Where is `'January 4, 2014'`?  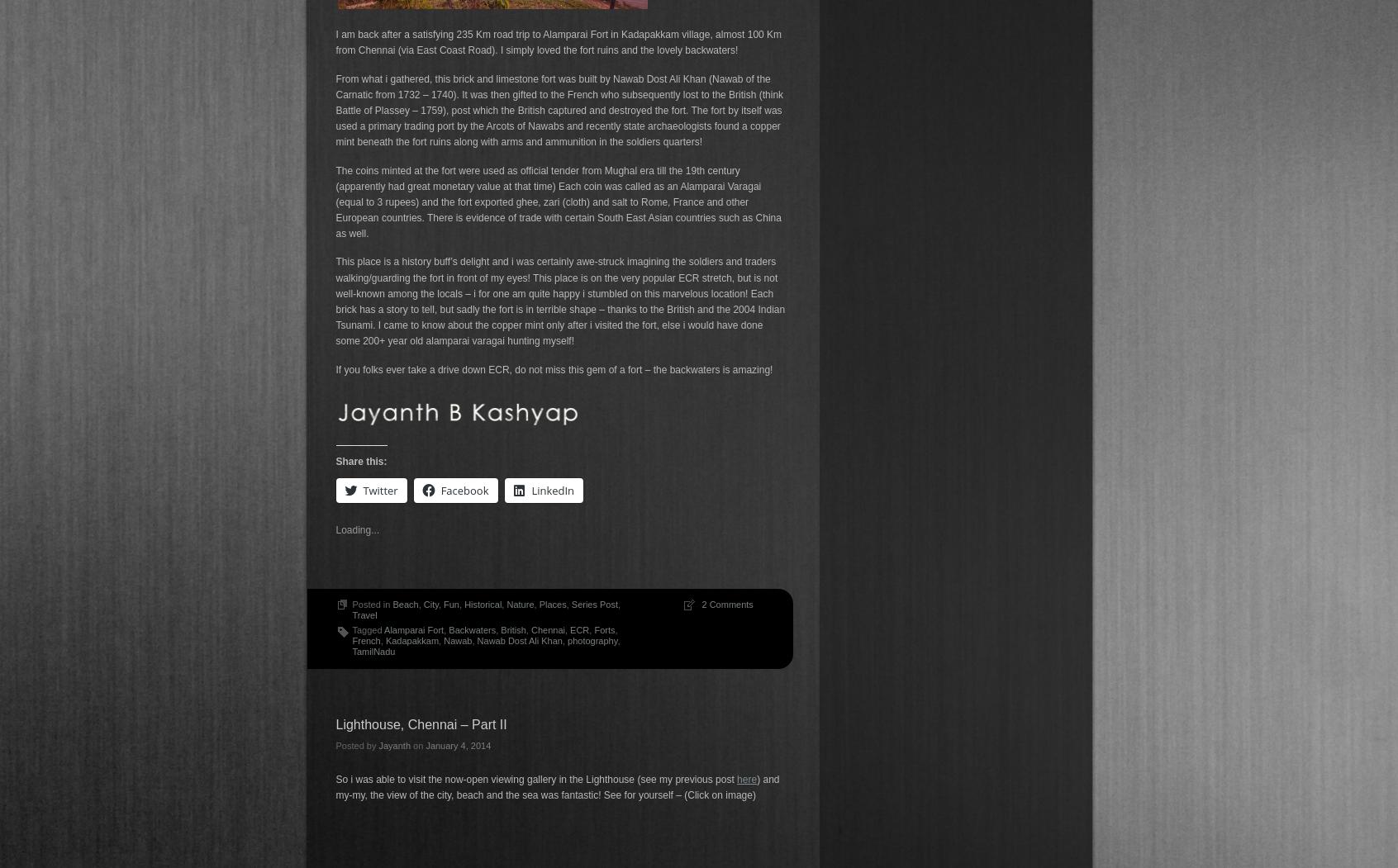
'January 4, 2014' is located at coordinates (458, 744).